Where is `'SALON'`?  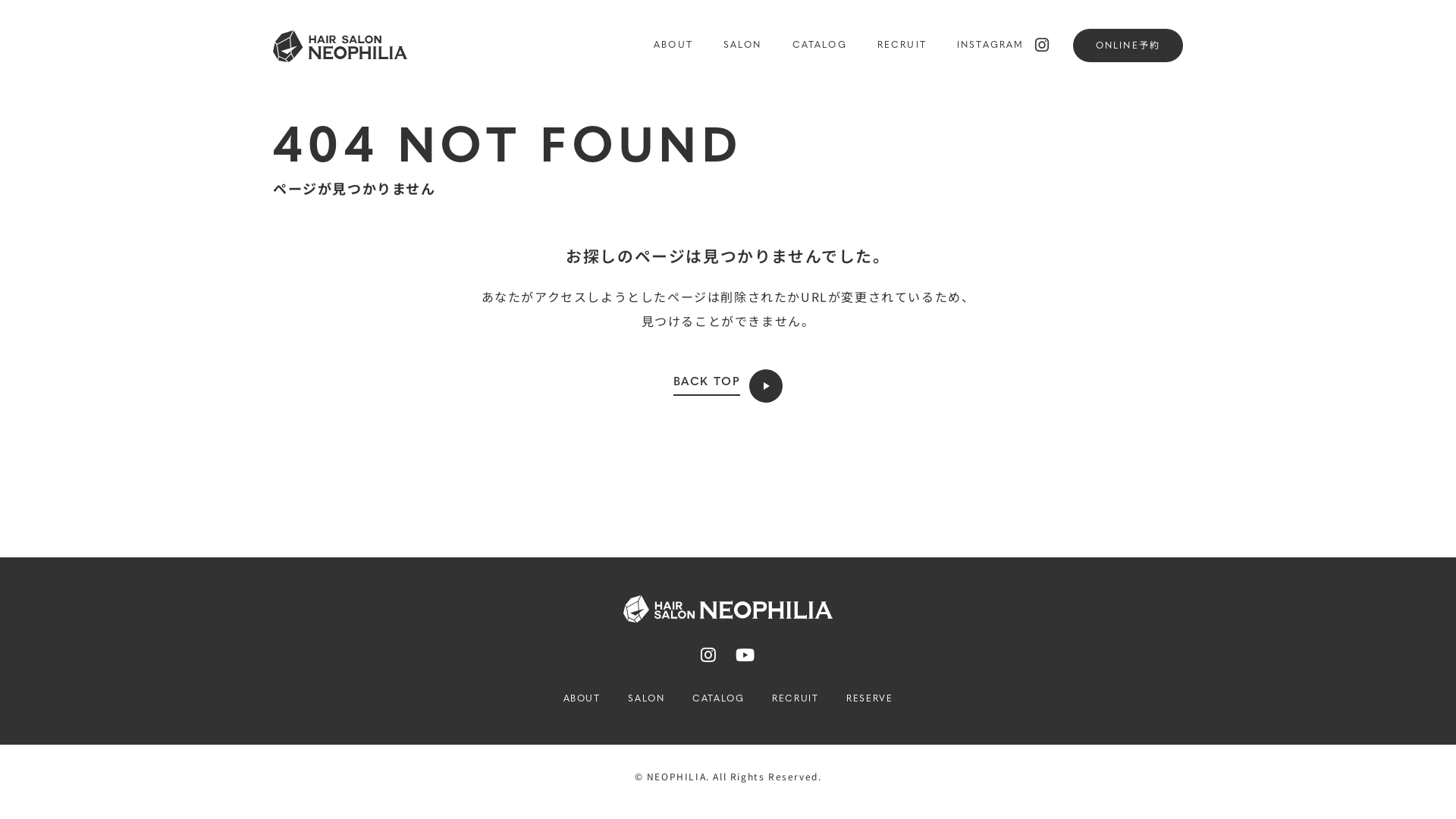
'SALON' is located at coordinates (742, 45).